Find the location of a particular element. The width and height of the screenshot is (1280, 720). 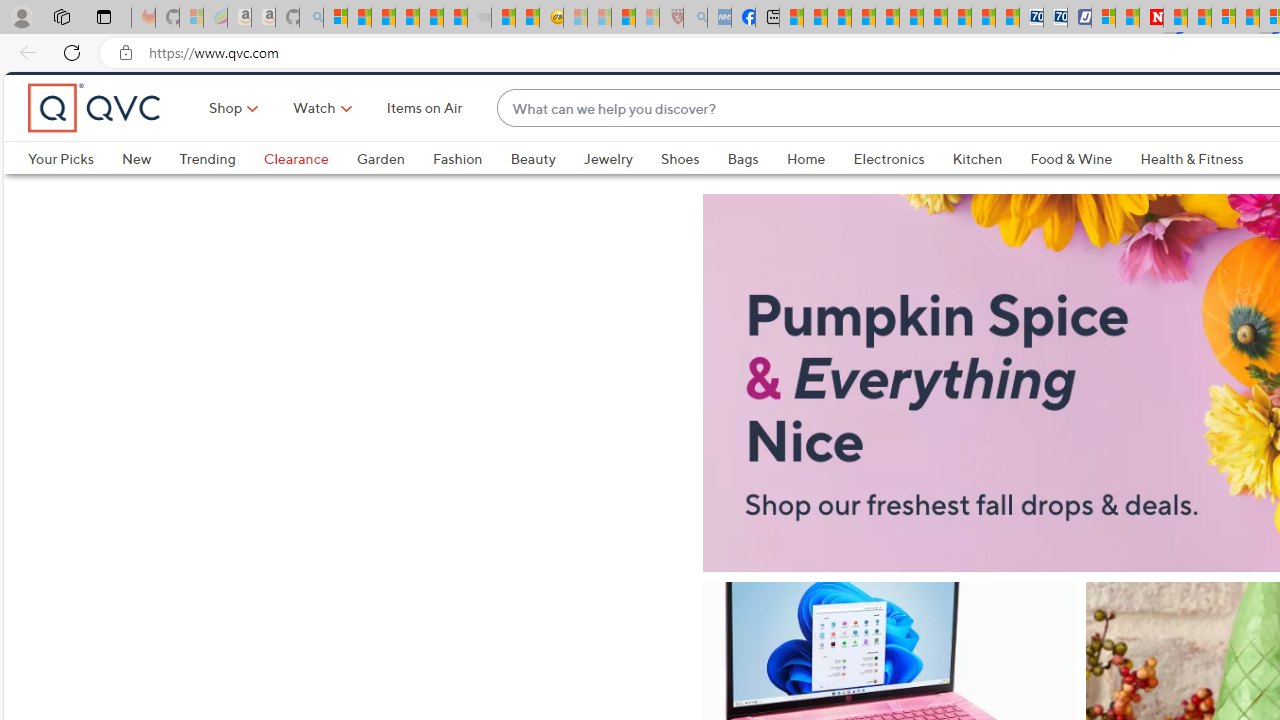

'Your Picks' is located at coordinates (74, 192).